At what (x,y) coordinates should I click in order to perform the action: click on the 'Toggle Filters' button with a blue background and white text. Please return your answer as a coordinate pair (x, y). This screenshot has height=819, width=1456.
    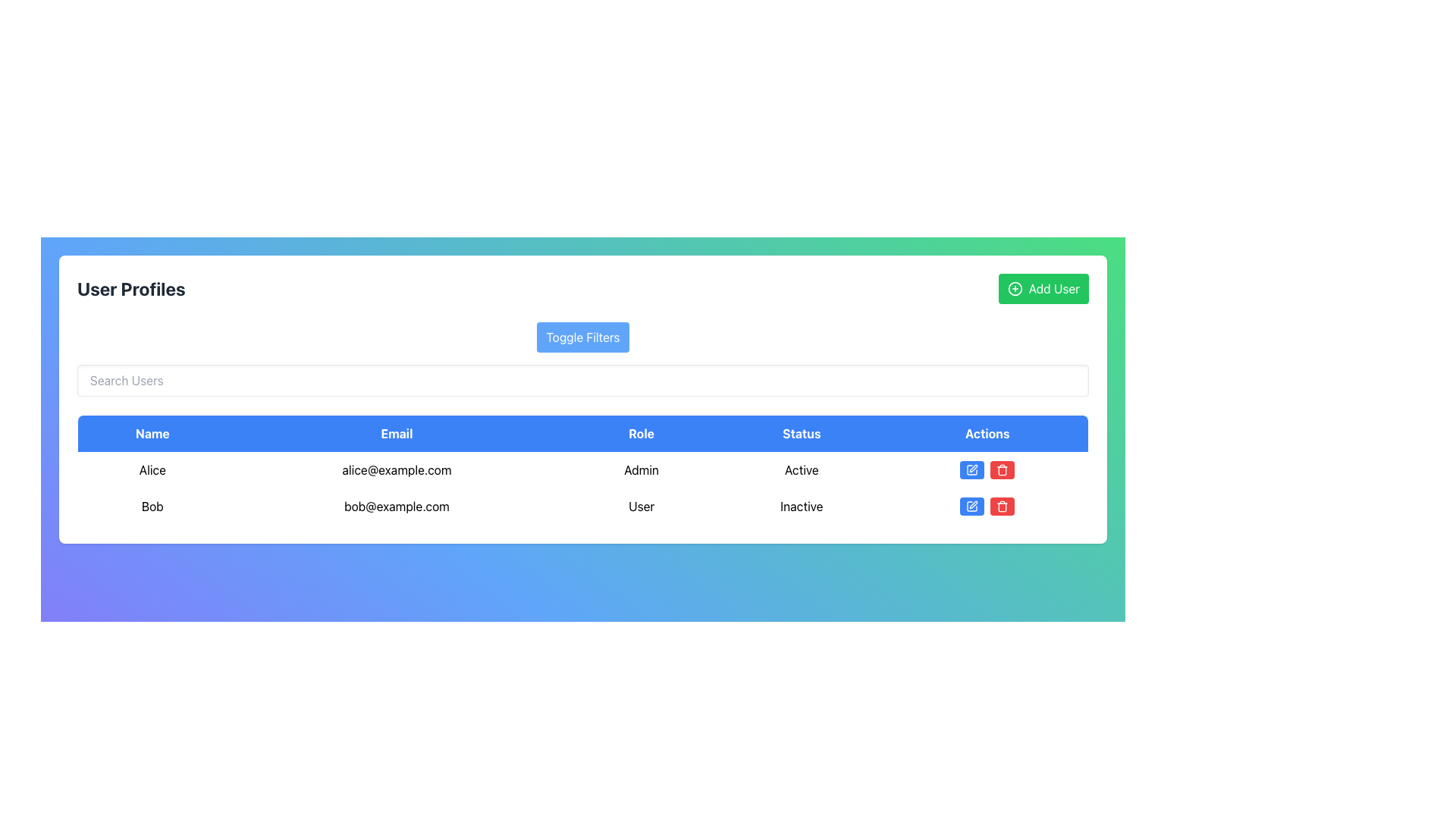
    Looking at the image, I should click on (582, 336).